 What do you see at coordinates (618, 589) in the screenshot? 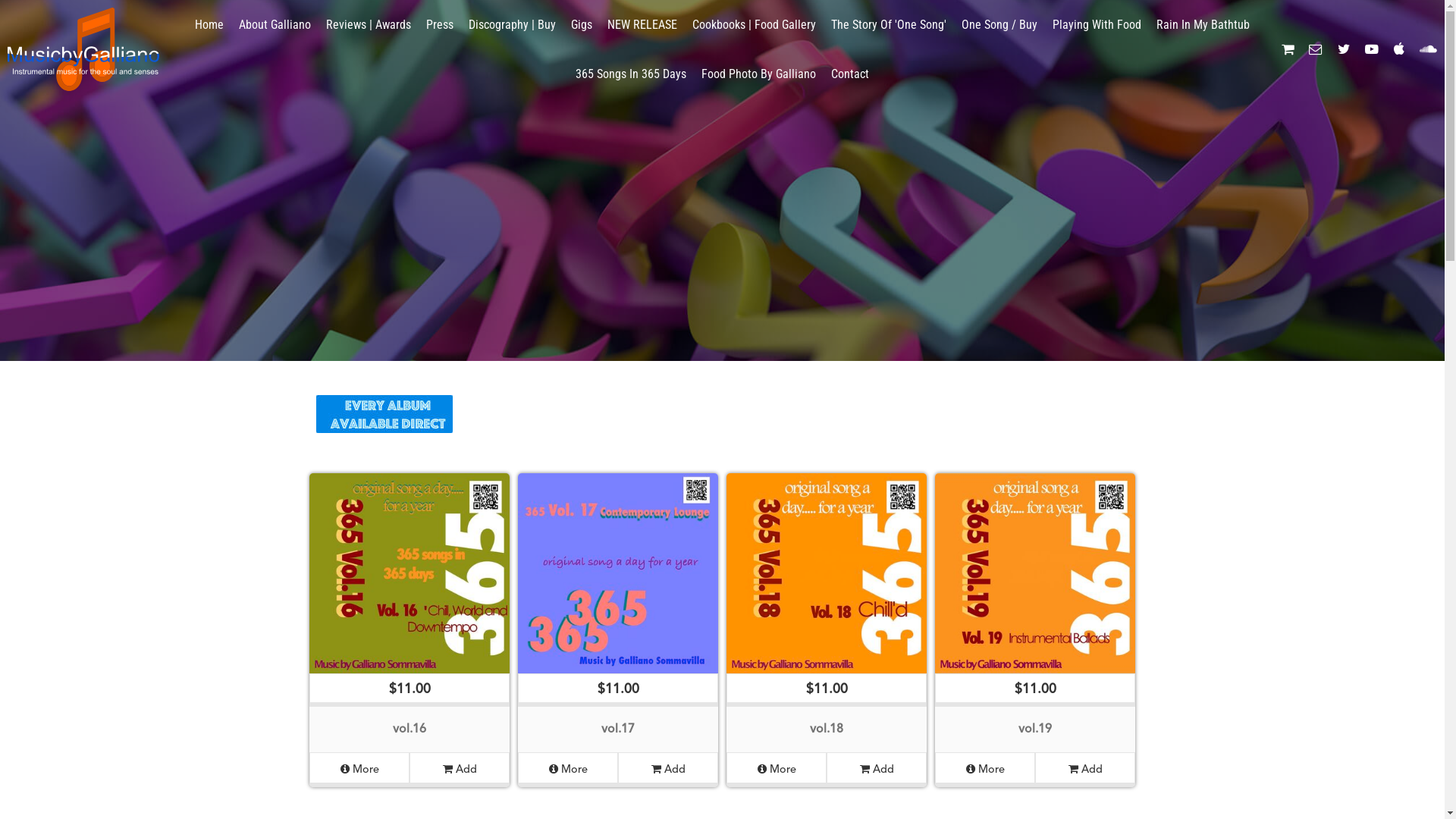
I see `'$11.00'` at bounding box center [618, 589].